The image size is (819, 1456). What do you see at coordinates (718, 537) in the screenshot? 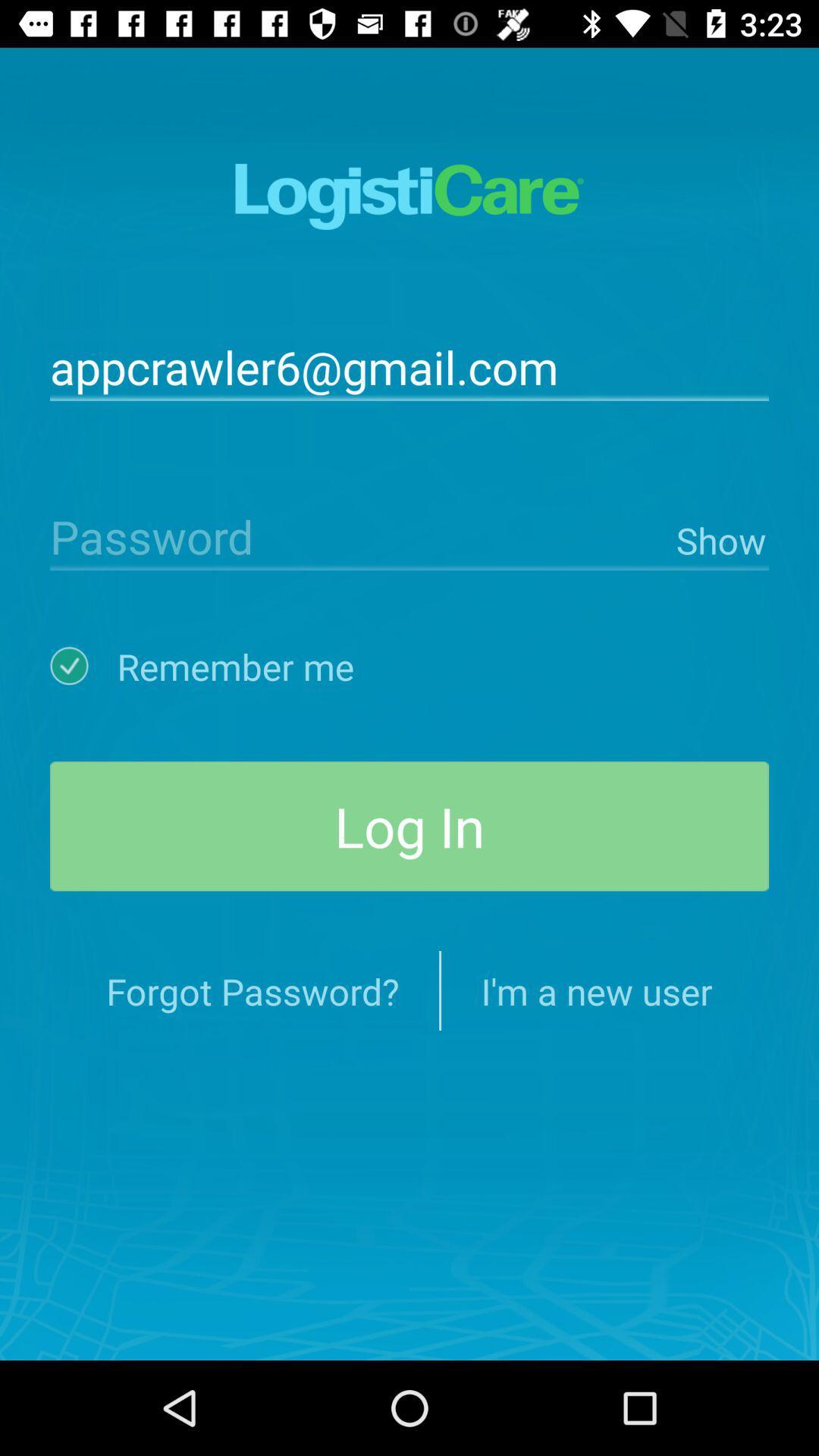
I see `item above the log in` at bounding box center [718, 537].